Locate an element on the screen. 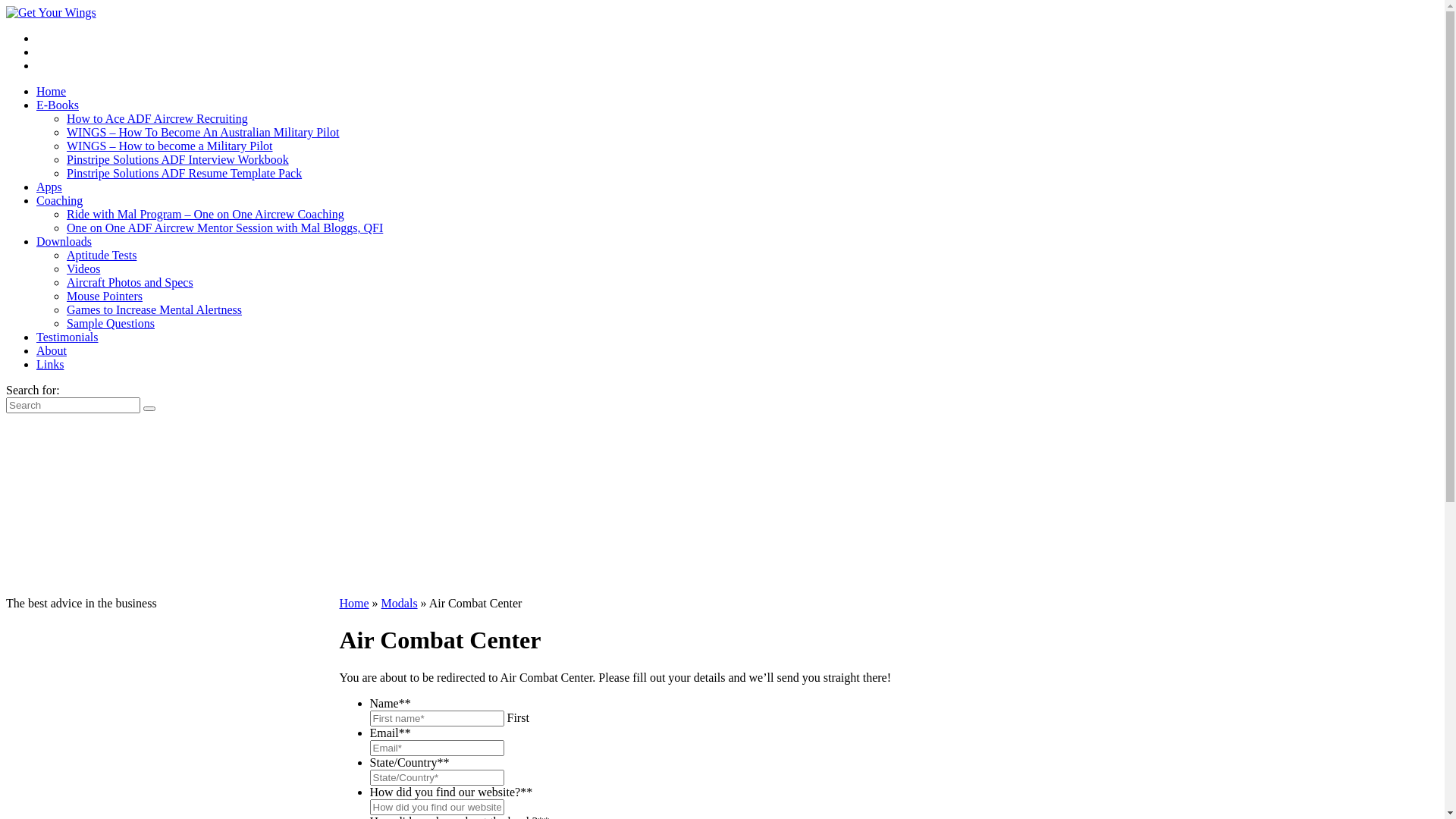  'Links' is located at coordinates (36, 364).